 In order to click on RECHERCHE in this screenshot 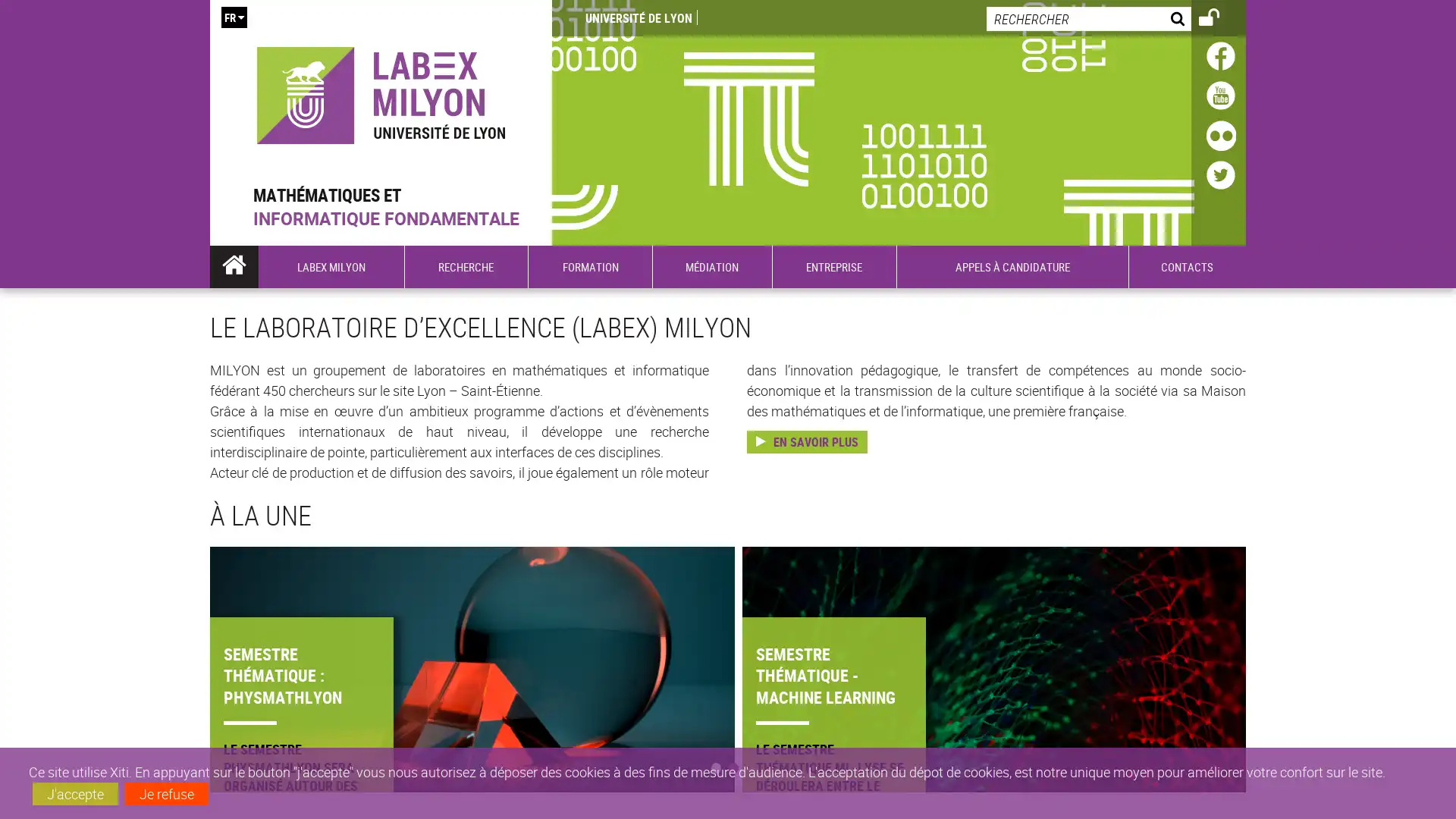, I will do `click(465, 265)`.